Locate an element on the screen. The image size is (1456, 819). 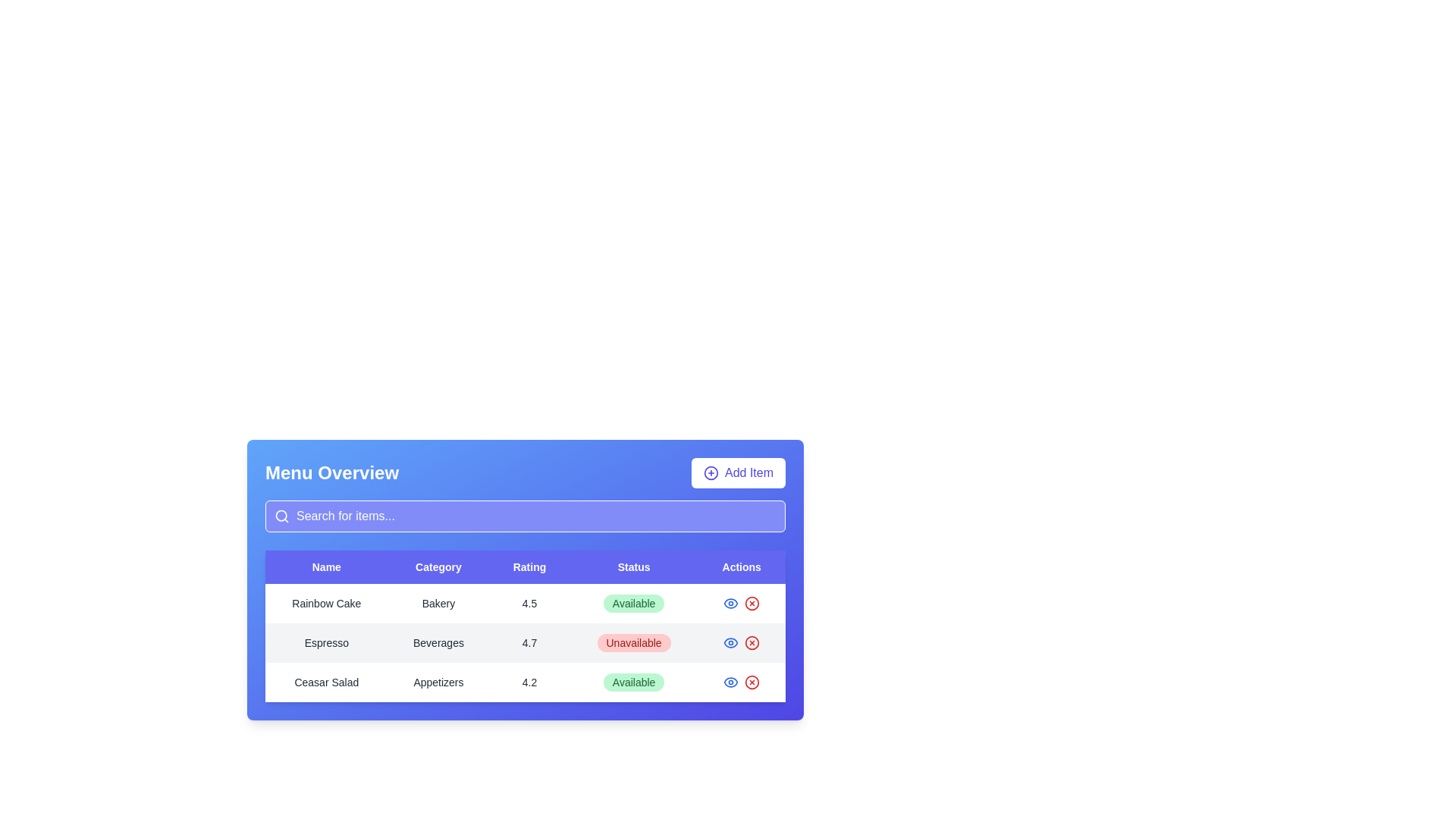
the static text label element that reads 'Rating,' which is styled with centered white text on a purple background and positioned in the header row of a table is located at coordinates (529, 567).